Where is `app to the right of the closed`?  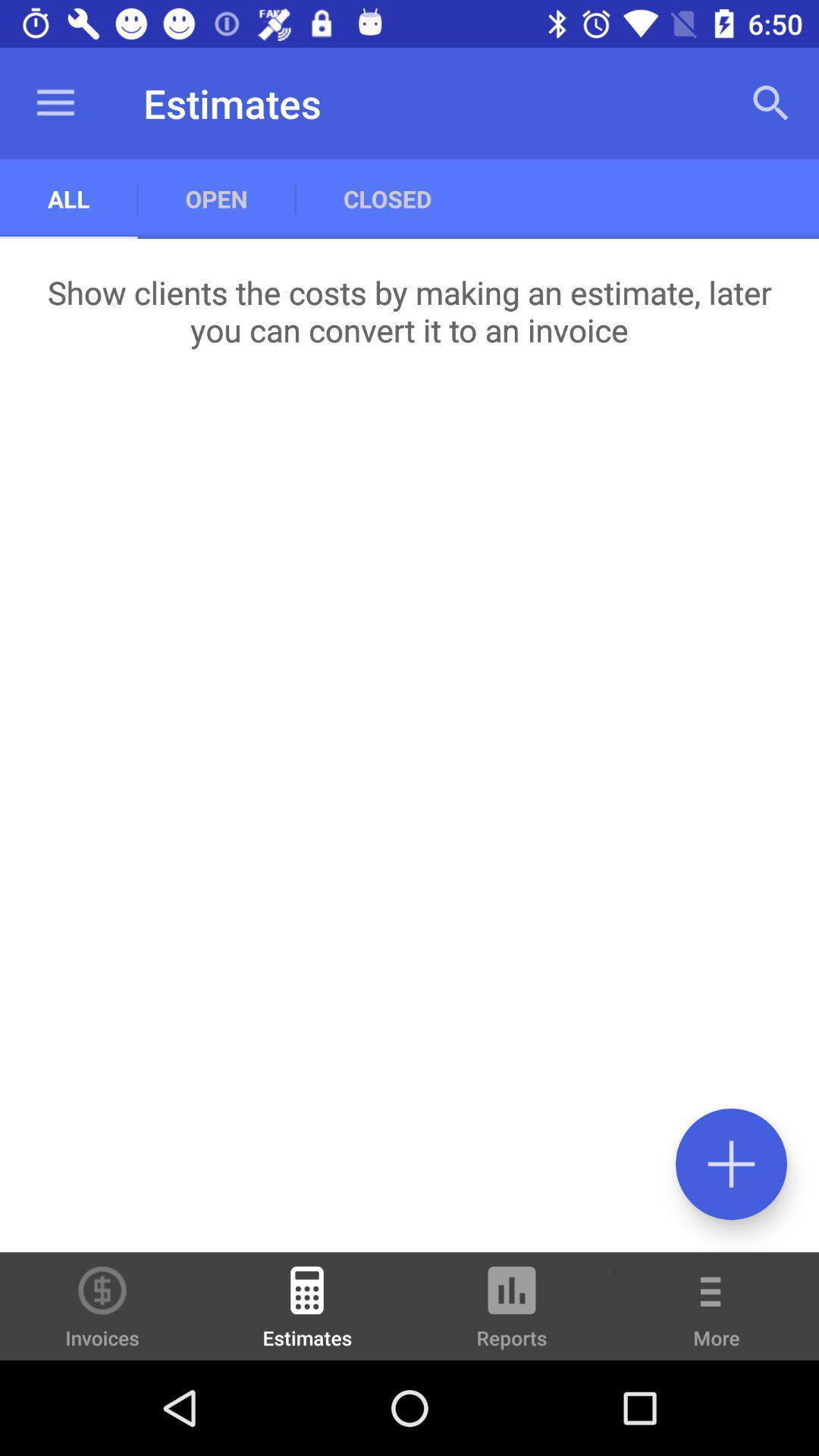
app to the right of the closed is located at coordinates (771, 102).